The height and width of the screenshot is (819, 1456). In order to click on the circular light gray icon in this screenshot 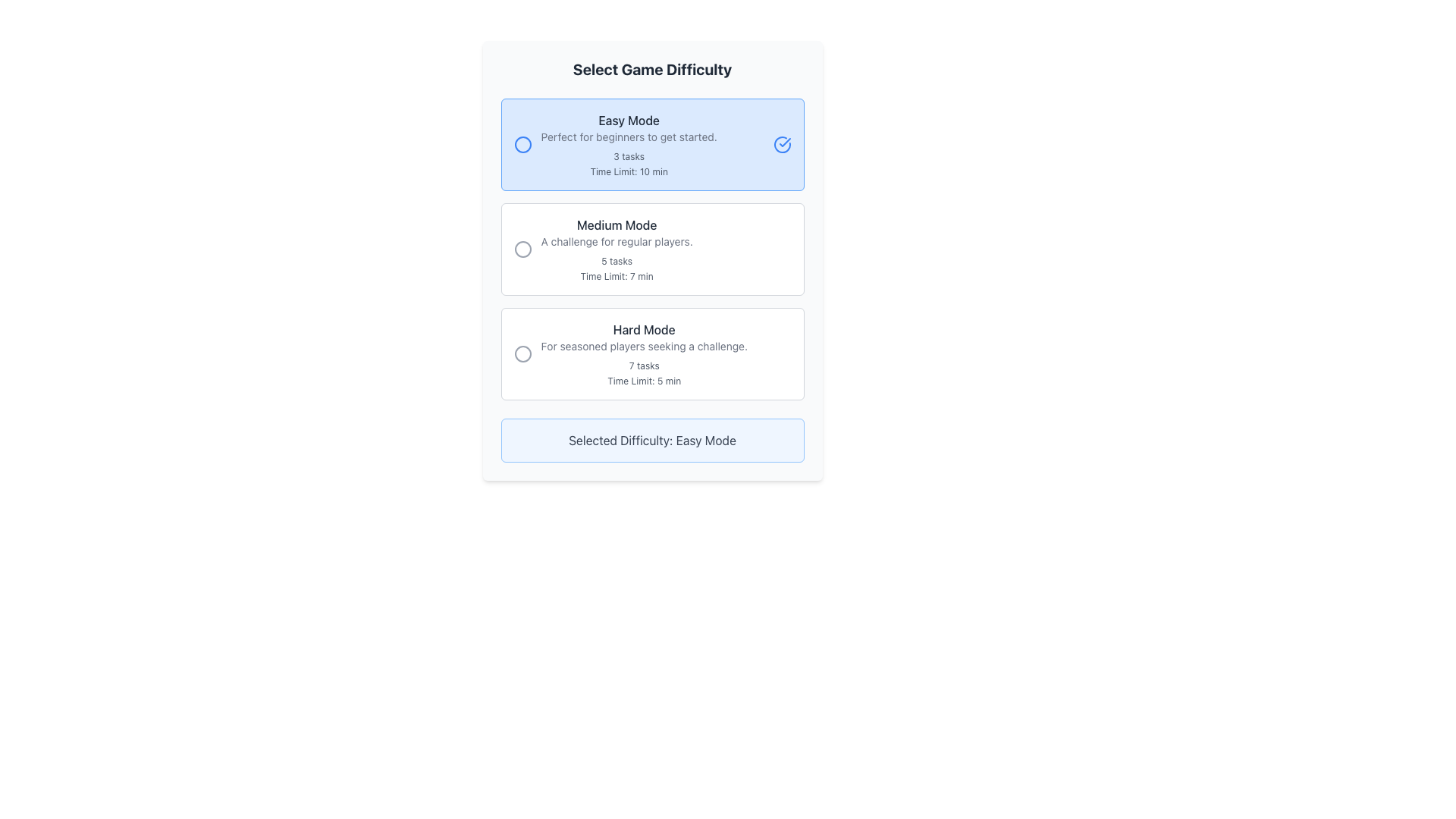, I will do `click(522, 353)`.